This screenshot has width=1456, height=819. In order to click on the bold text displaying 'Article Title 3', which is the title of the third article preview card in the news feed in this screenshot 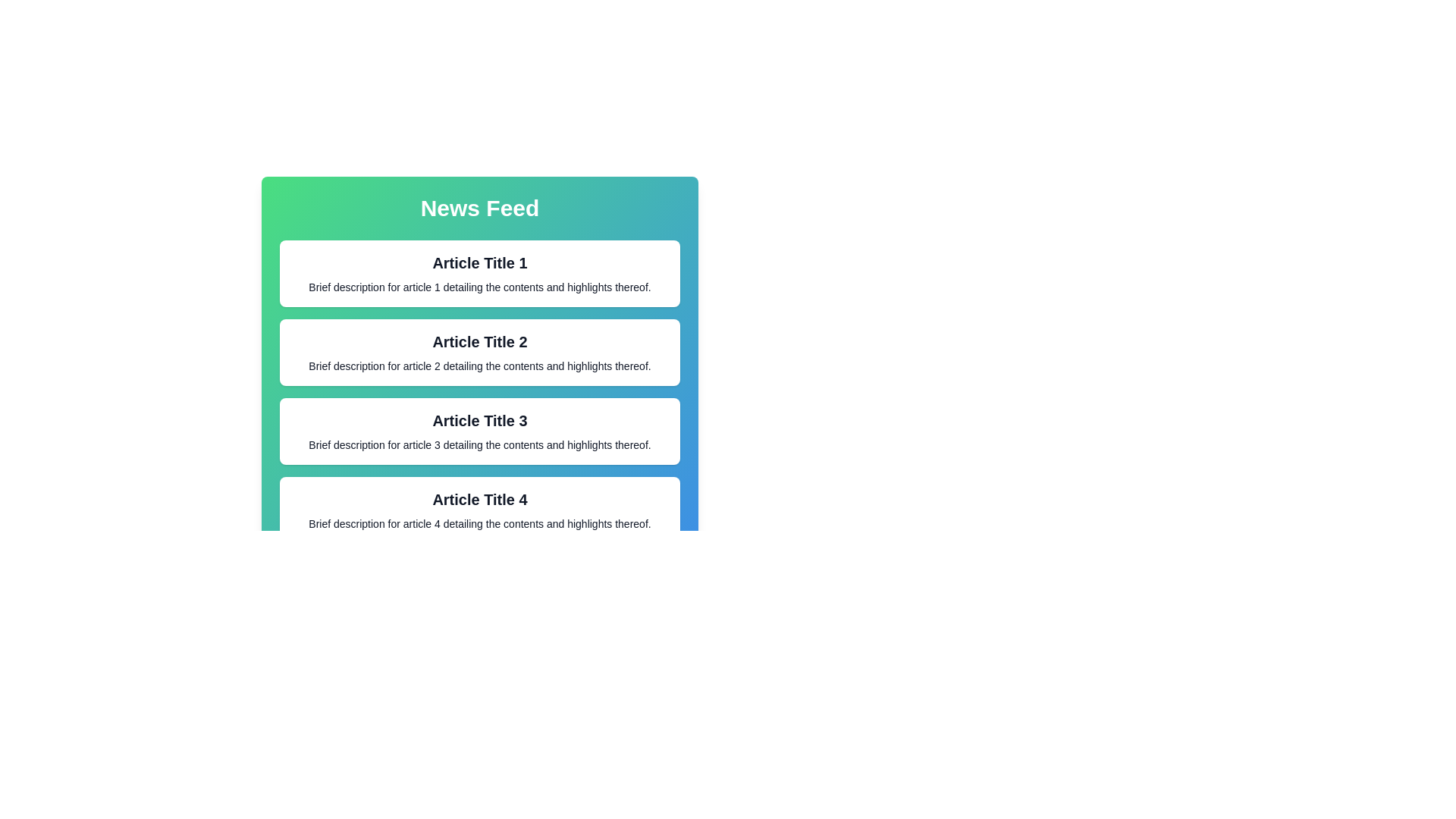, I will do `click(479, 421)`.